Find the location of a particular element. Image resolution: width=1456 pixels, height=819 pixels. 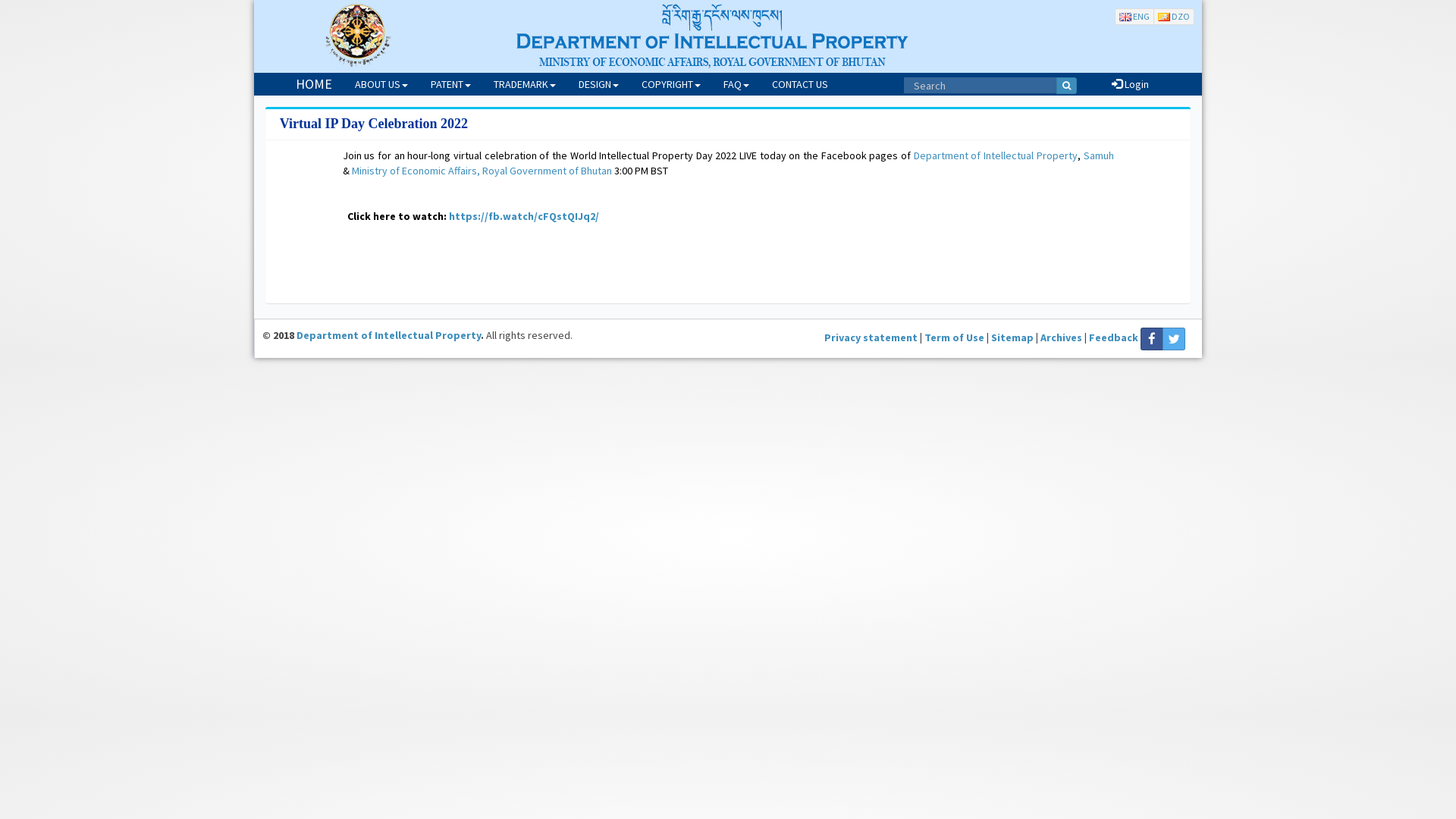

'DZO' is located at coordinates (1172, 16).